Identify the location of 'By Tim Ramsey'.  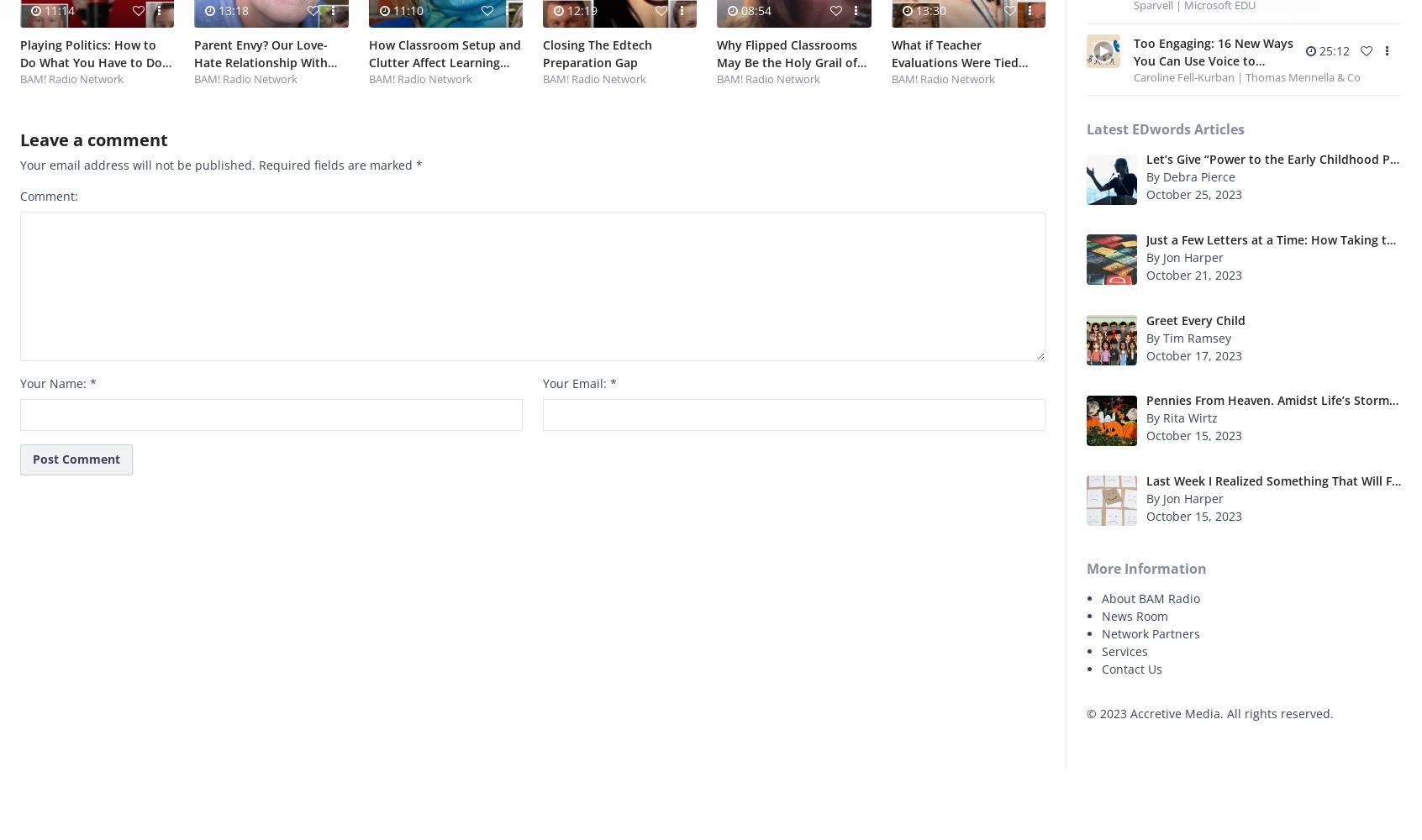
(1187, 337).